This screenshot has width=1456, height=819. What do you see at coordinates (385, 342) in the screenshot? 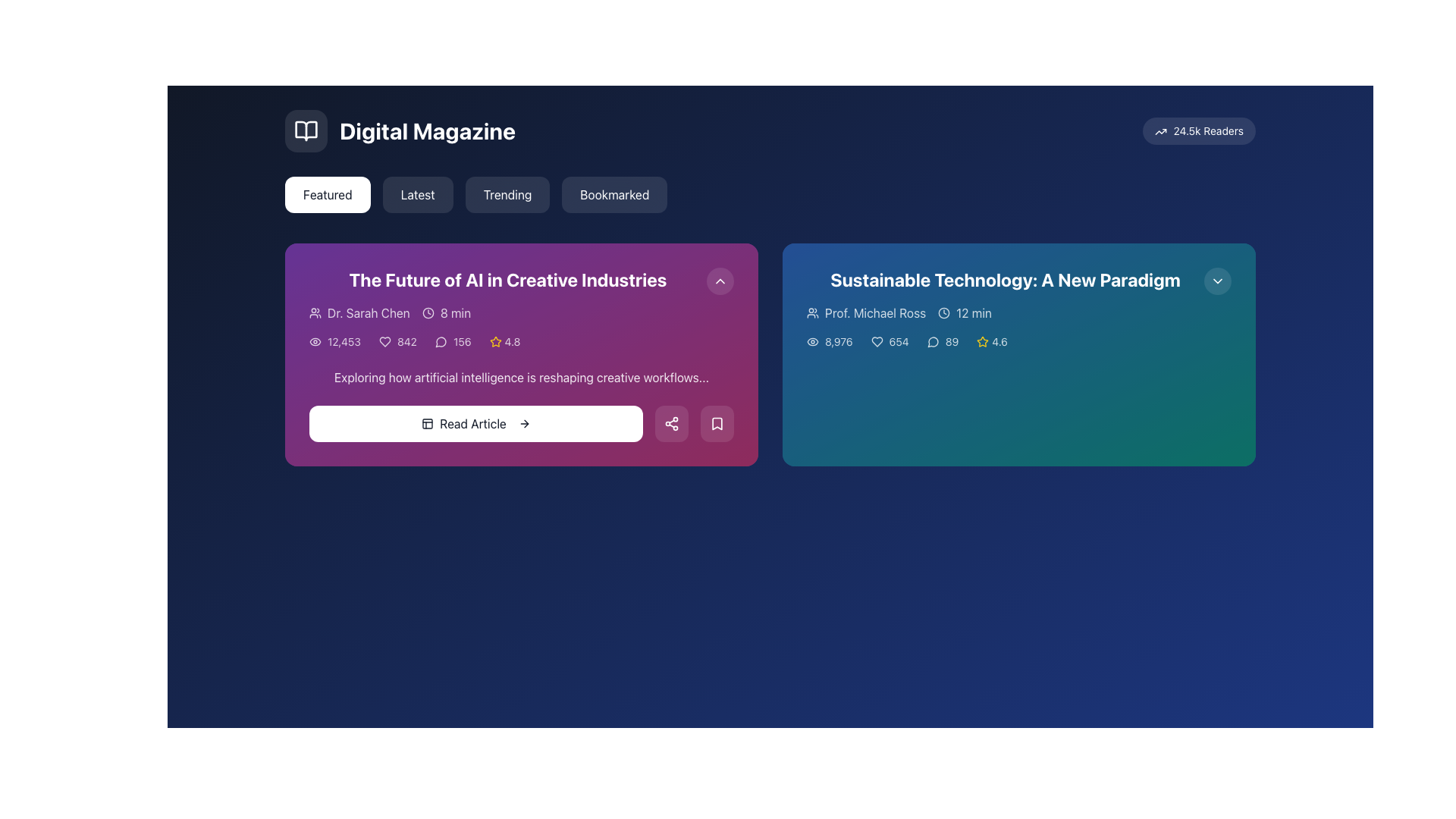
I see `the heart-shaped icon located next to the number '842' on the purple card labeled 'The Future of AI in Creative Industries'` at bounding box center [385, 342].